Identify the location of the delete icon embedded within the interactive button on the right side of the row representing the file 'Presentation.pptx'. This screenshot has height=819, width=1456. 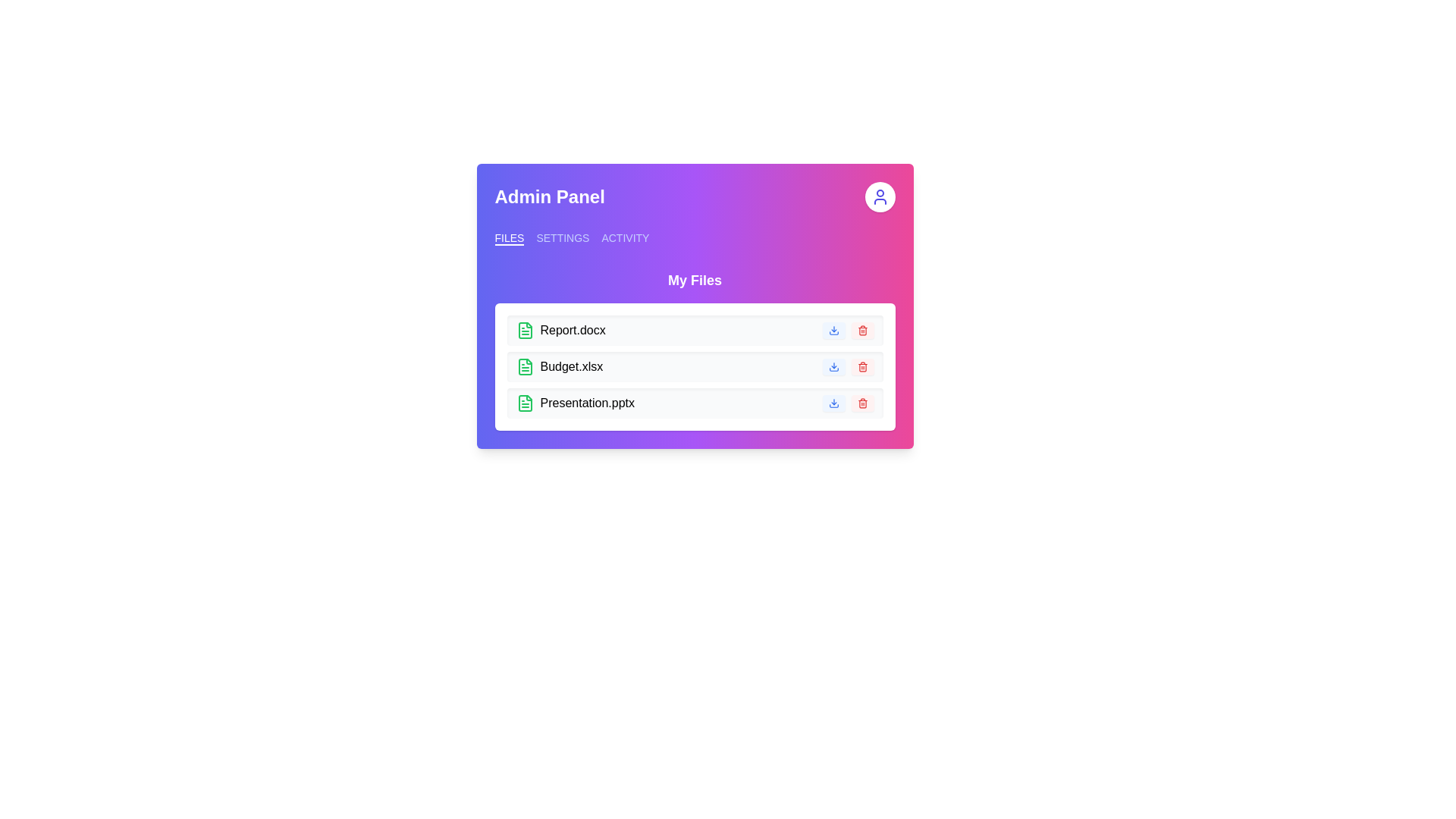
(862, 403).